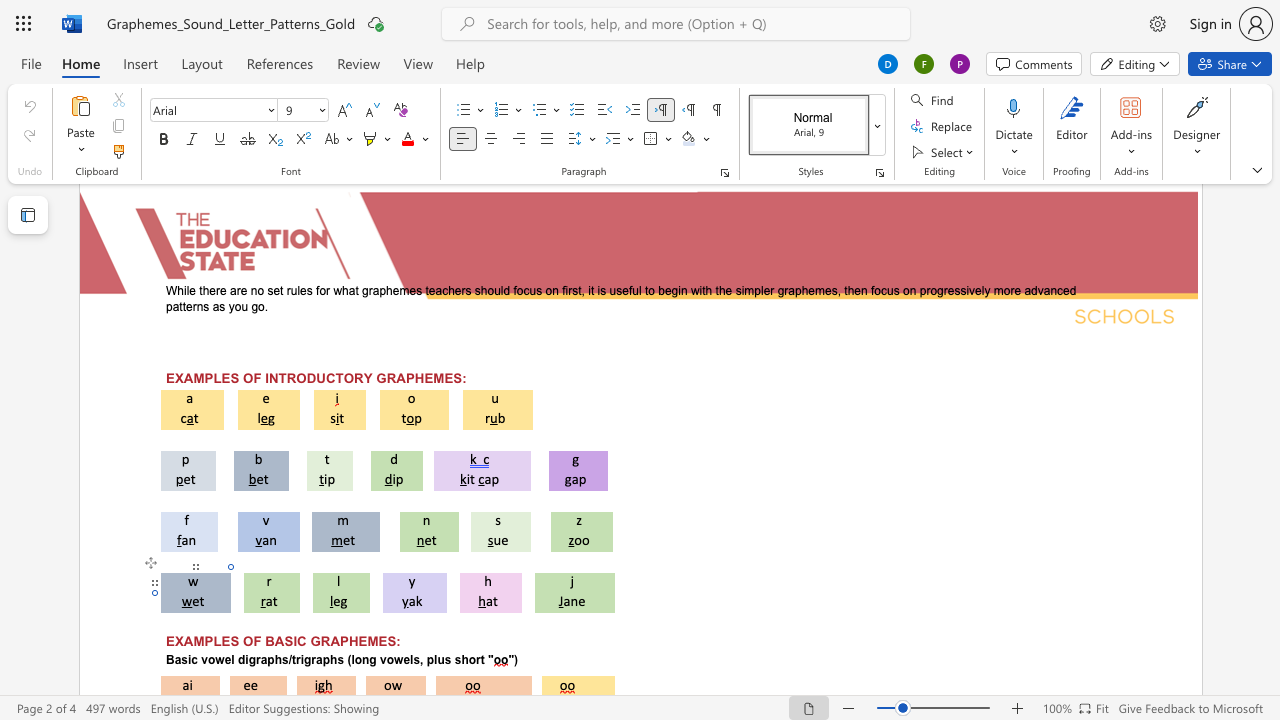 This screenshot has height=720, width=1280. I want to click on the 1th character "M" in the text, so click(198, 641).